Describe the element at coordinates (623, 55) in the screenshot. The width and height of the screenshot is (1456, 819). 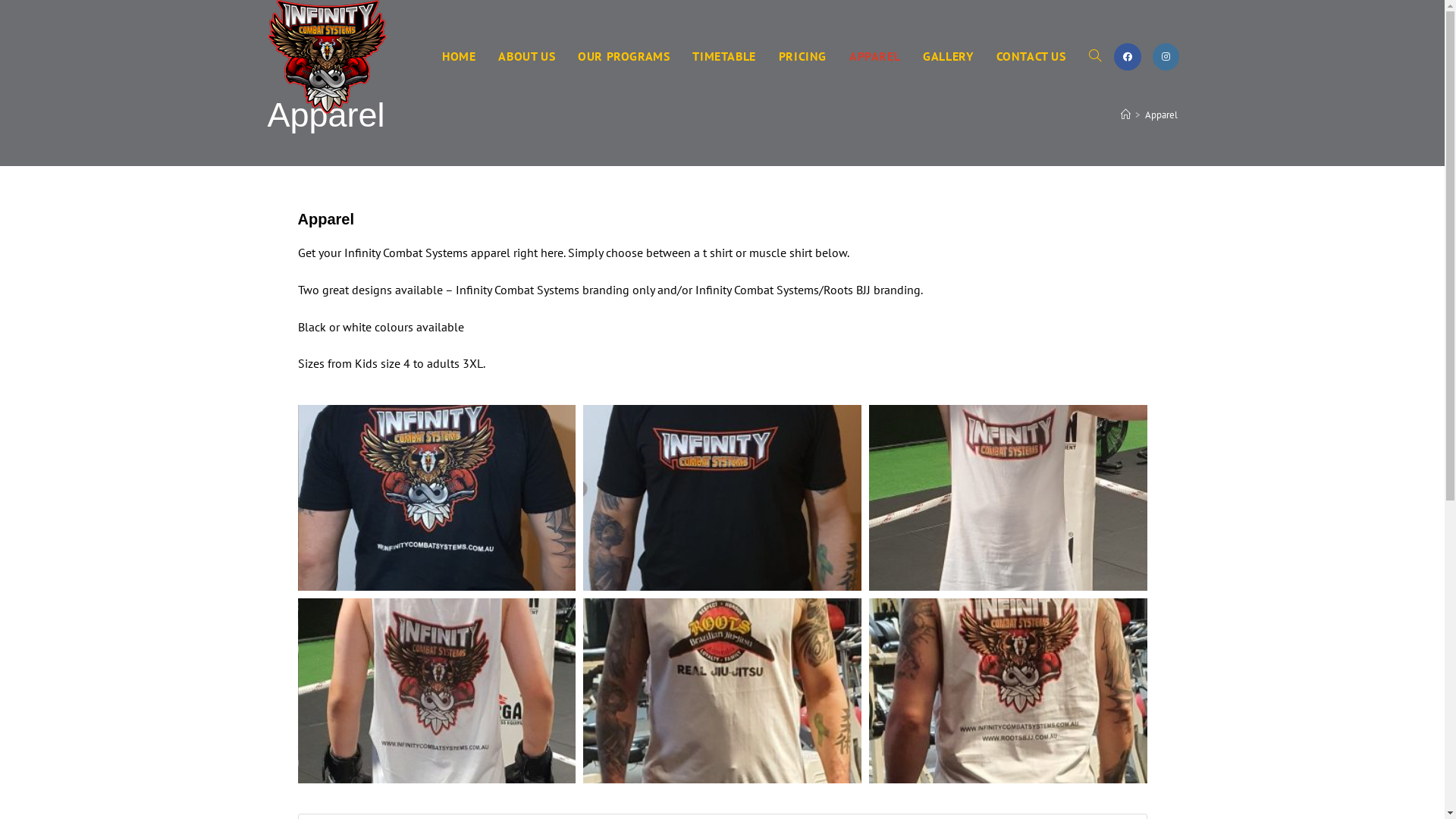
I see `'OUR PROGRAMS'` at that location.